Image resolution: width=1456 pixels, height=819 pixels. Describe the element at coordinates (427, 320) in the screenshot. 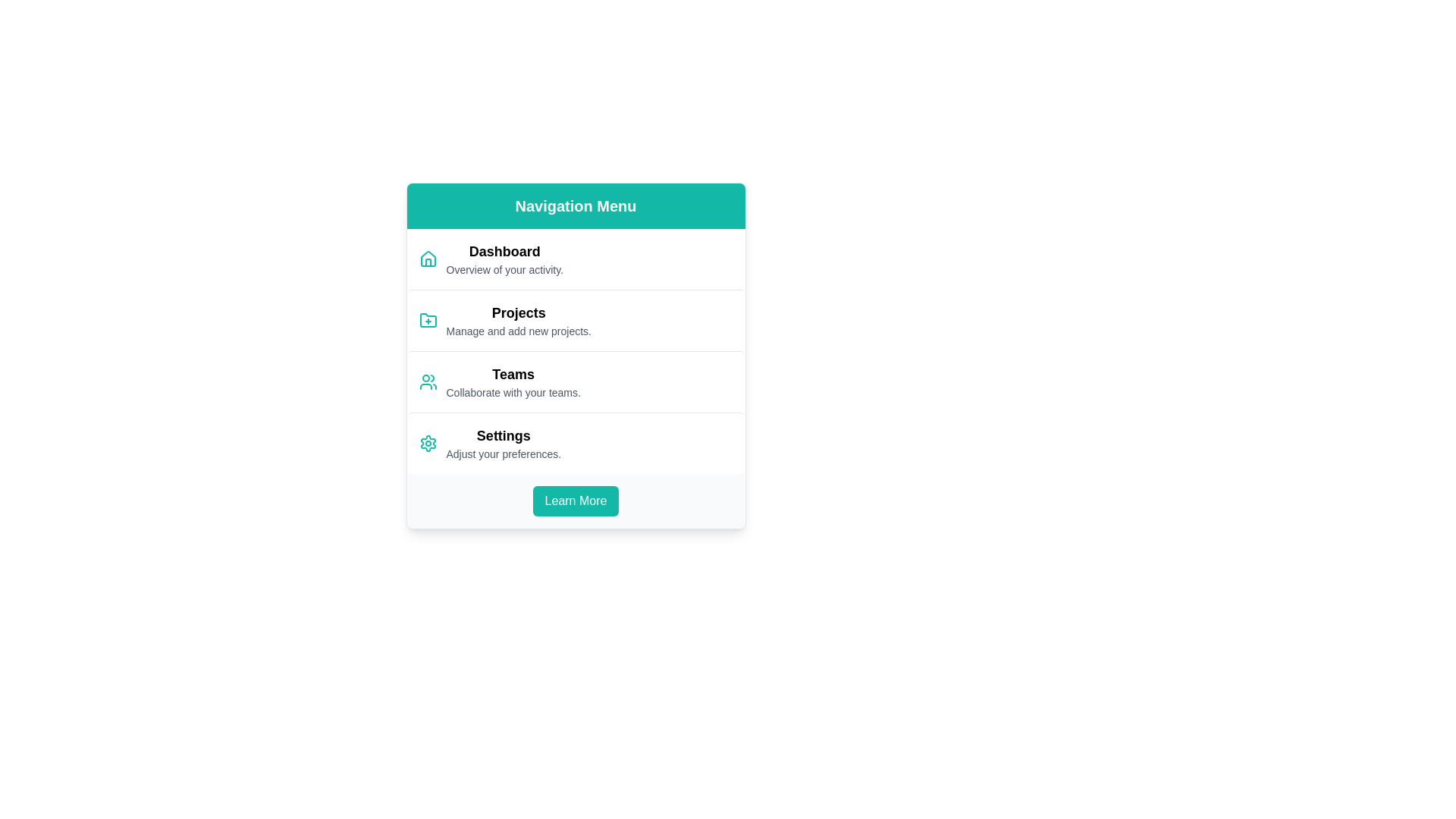

I see `the folder-shaped icon with a plus sign in the 'Projects' section of the navigation menu` at that location.